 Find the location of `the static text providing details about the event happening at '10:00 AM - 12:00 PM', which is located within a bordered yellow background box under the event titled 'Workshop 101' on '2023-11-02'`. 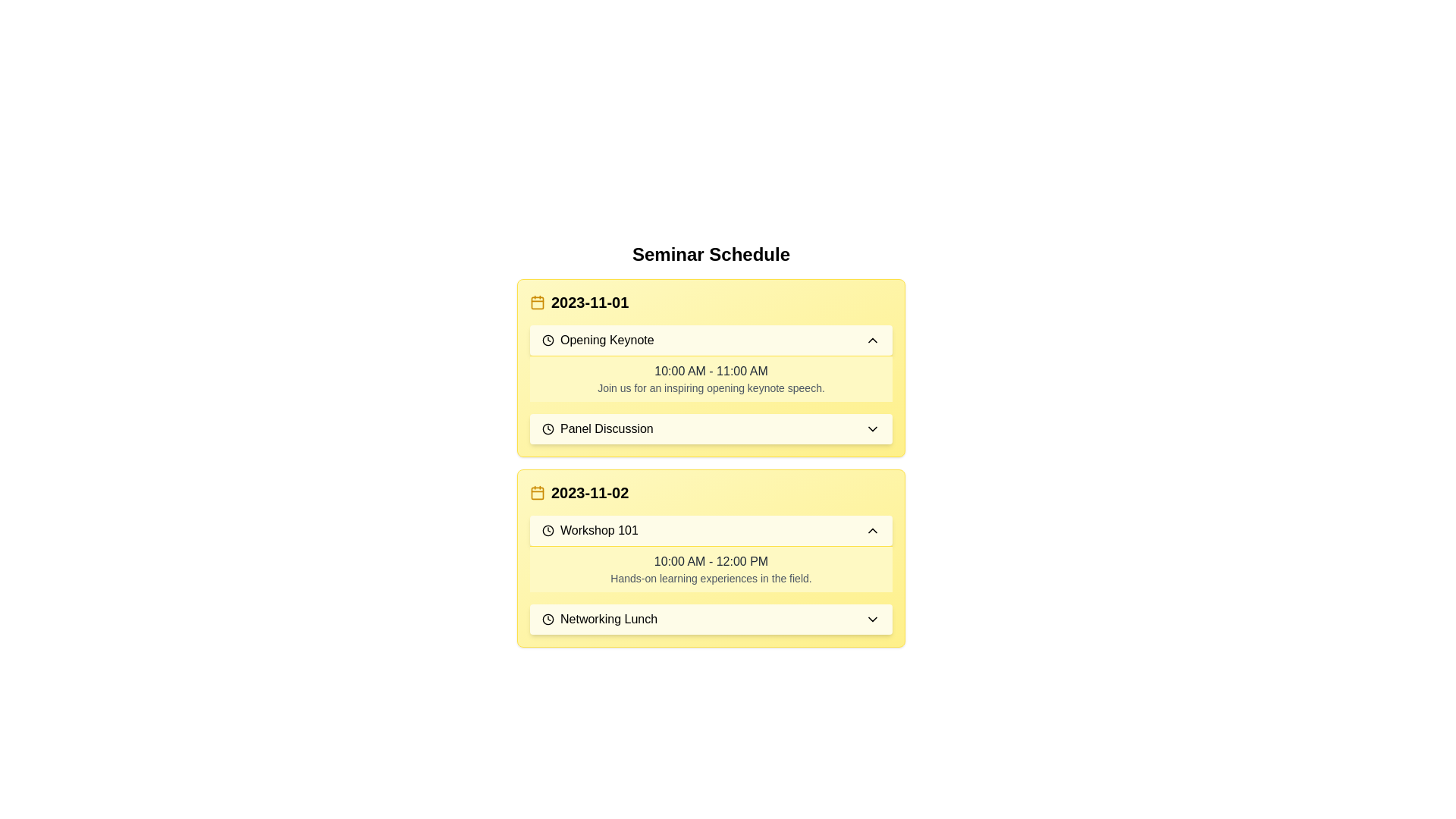

the static text providing details about the event happening at '10:00 AM - 12:00 PM', which is located within a bordered yellow background box under the event titled 'Workshop 101' on '2023-11-02' is located at coordinates (710, 579).